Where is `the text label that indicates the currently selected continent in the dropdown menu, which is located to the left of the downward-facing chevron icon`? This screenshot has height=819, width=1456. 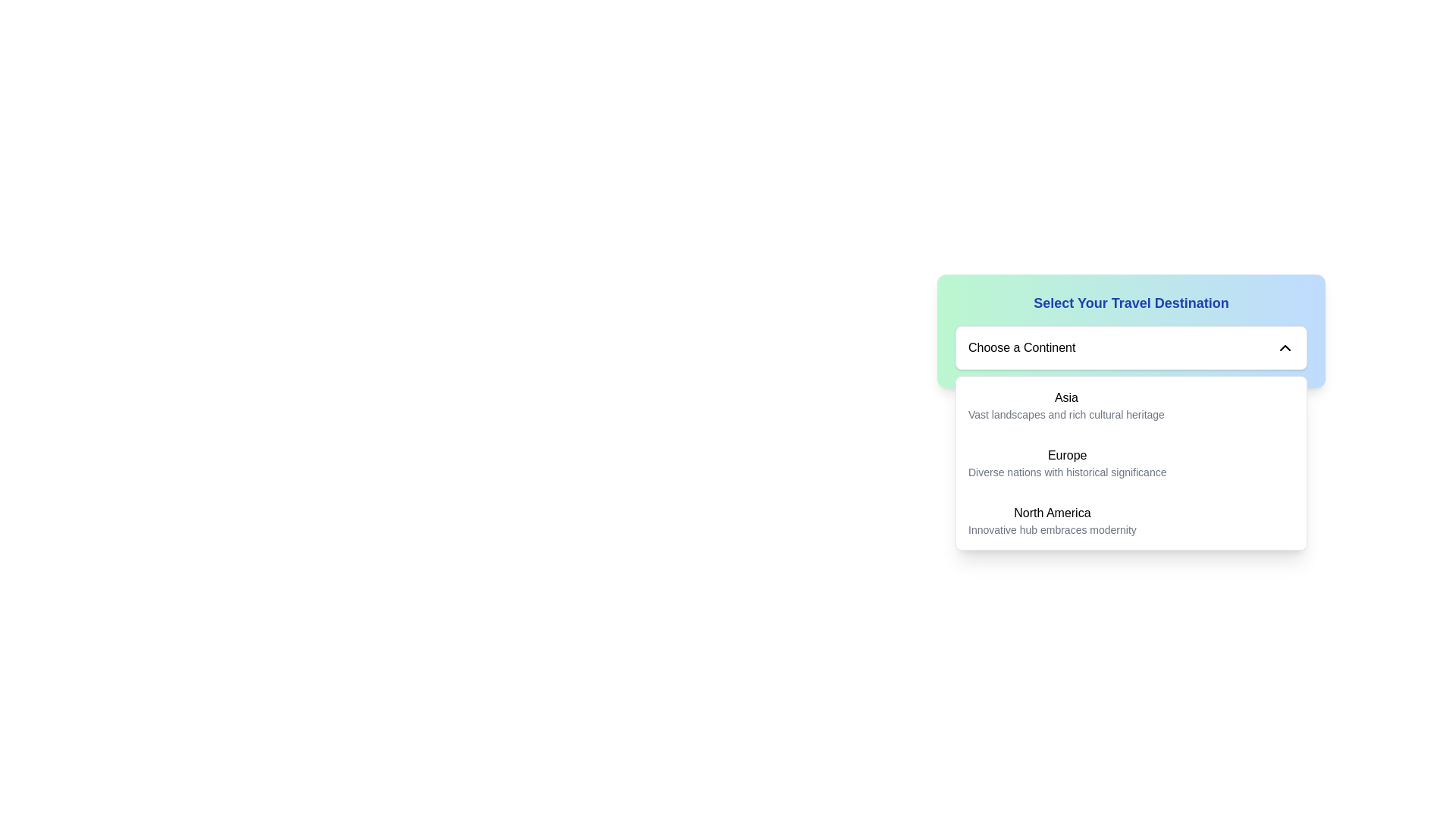
the text label that indicates the currently selected continent in the dropdown menu, which is located to the left of the downward-facing chevron icon is located at coordinates (1021, 348).